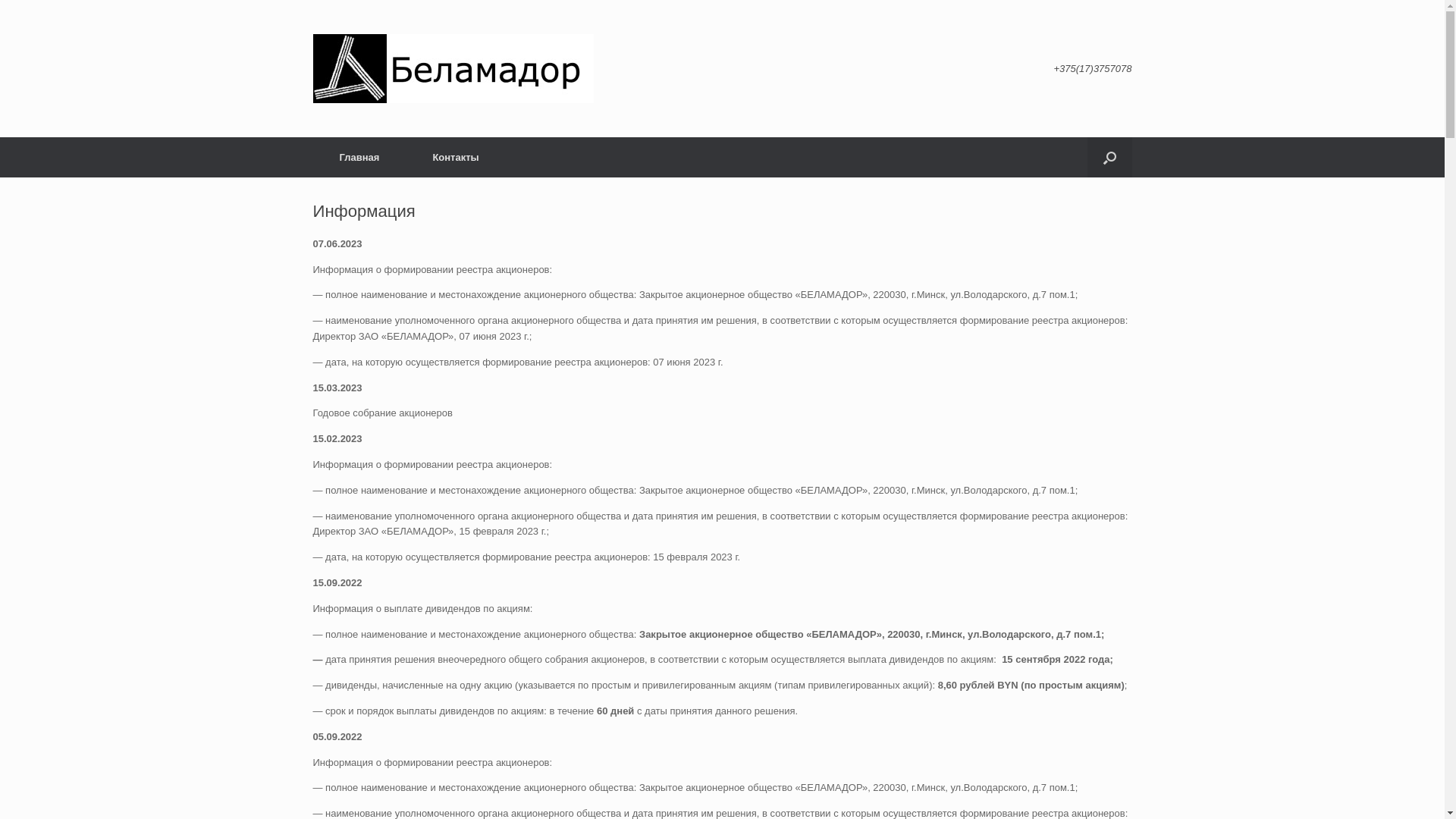  I want to click on 'Belamador', so click(451, 68).